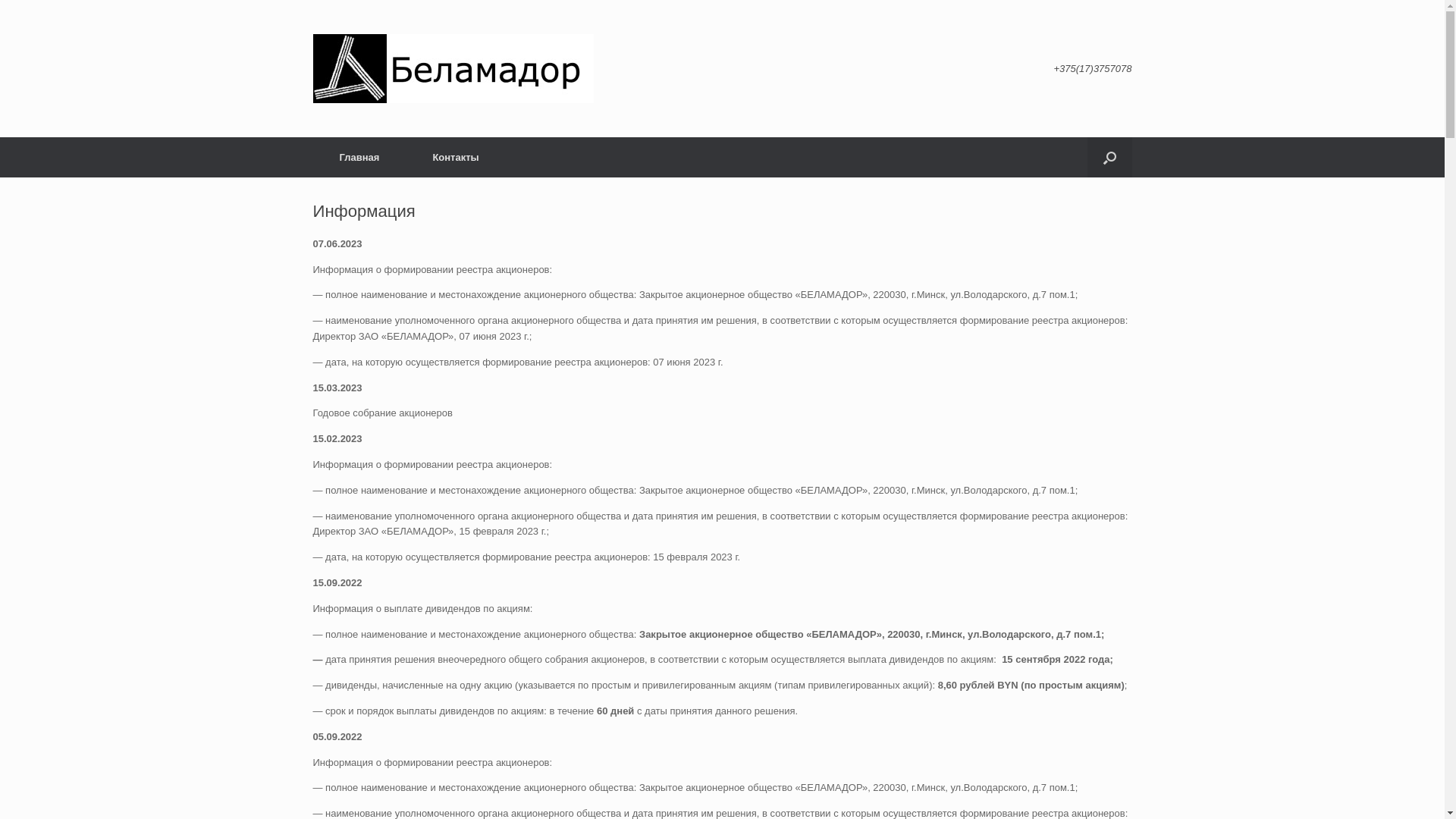  I want to click on 'Belamador', so click(451, 68).